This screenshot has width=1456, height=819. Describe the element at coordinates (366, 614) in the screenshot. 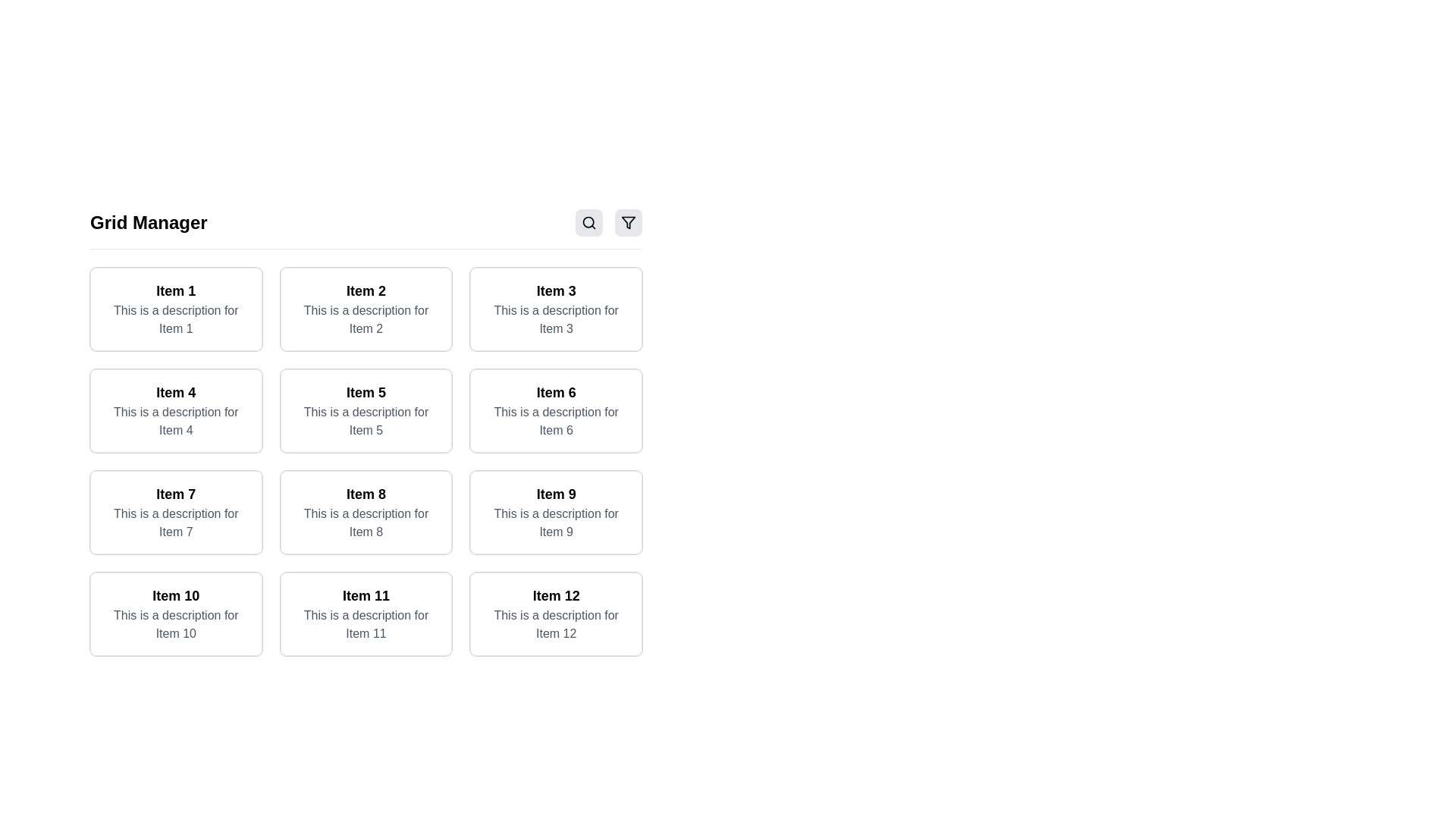

I see `the Grid Item element with the bolded title 'Item 11' and description 'This is a description for Item 11'` at that location.